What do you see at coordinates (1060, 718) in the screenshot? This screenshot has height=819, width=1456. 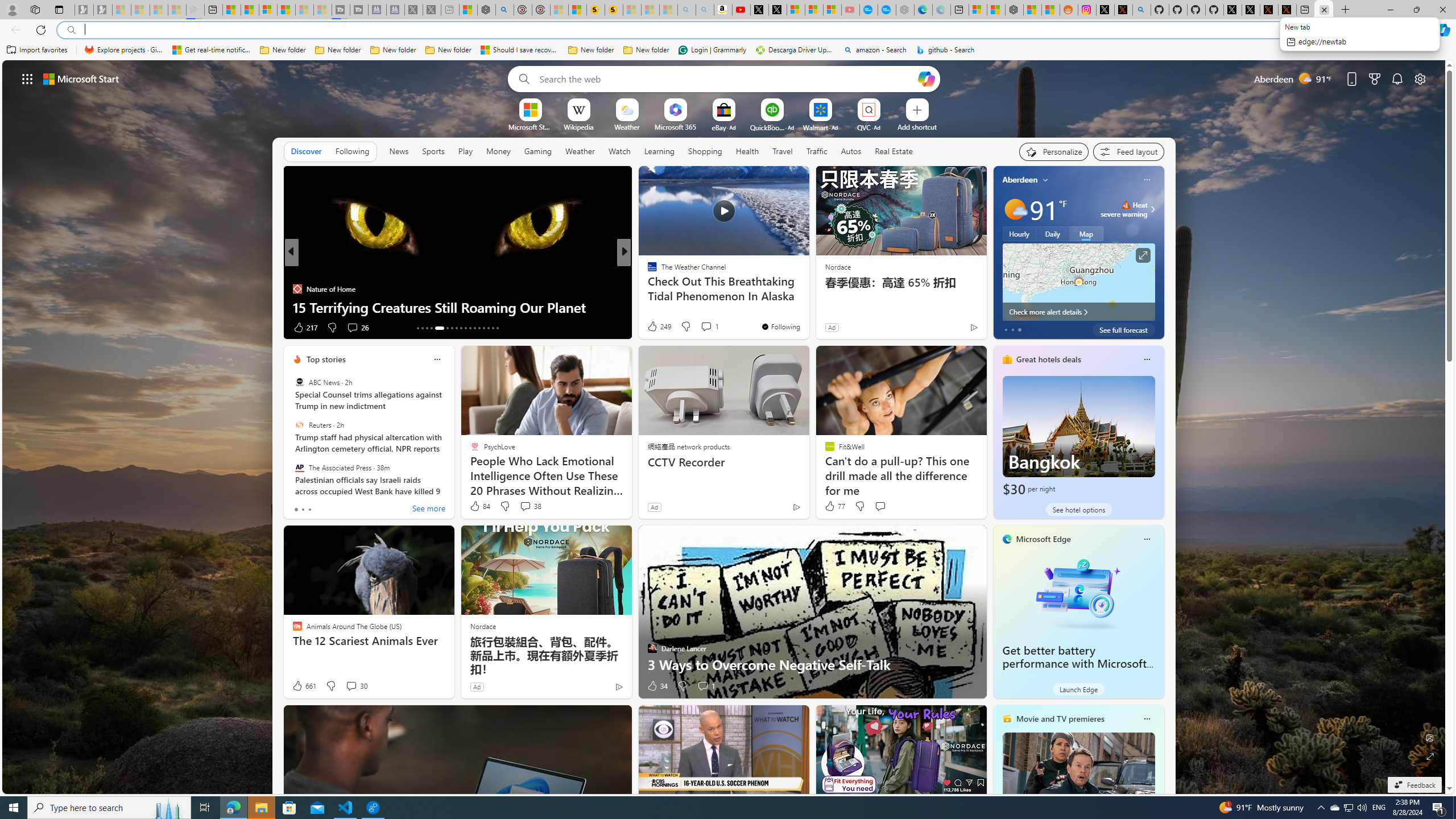 I see `'Movie and TV premieres'` at bounding box center [1060, 718].